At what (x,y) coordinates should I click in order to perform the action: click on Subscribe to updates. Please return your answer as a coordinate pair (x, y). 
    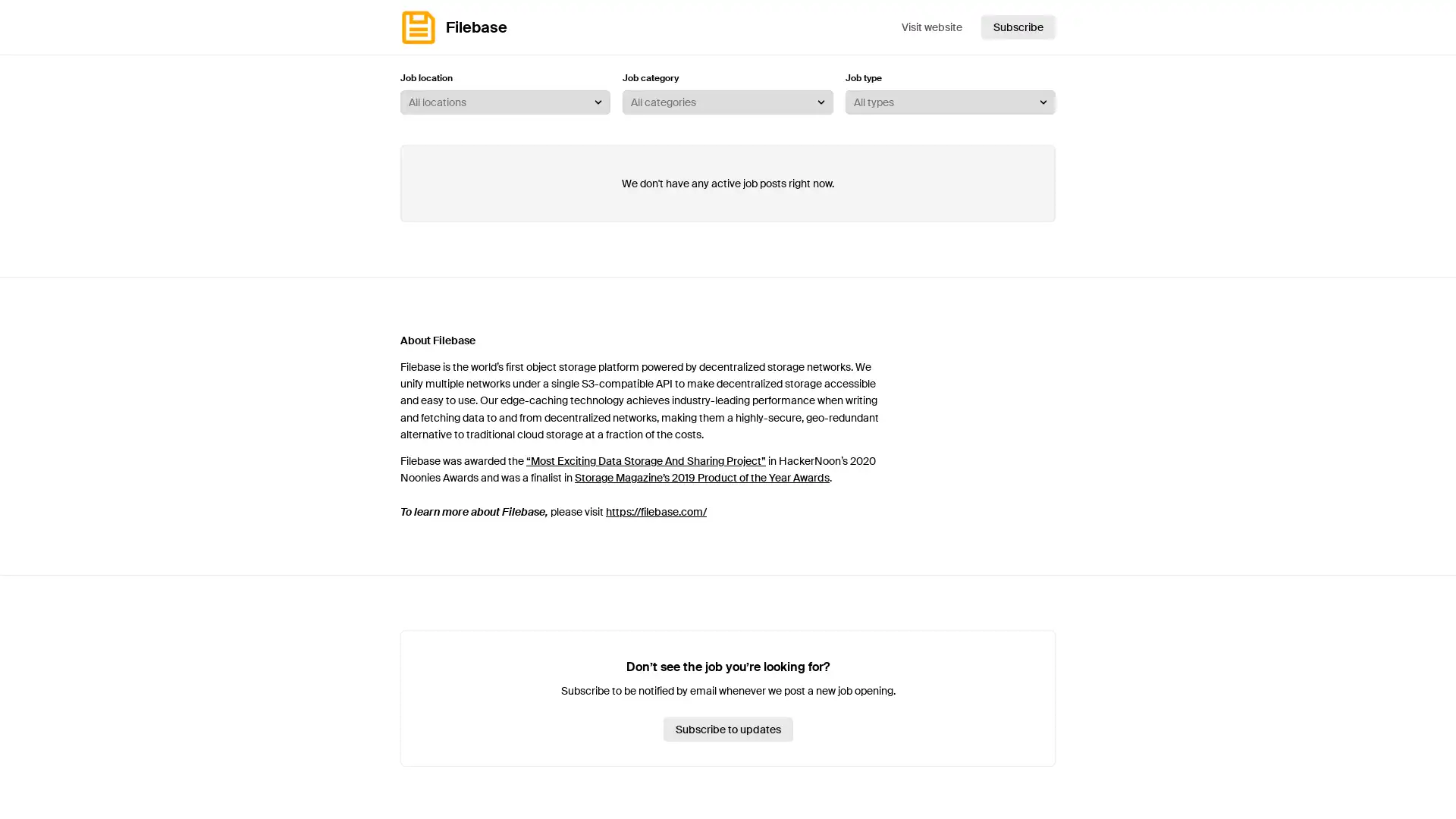
    Looking at the image, I should click on (726, 728).